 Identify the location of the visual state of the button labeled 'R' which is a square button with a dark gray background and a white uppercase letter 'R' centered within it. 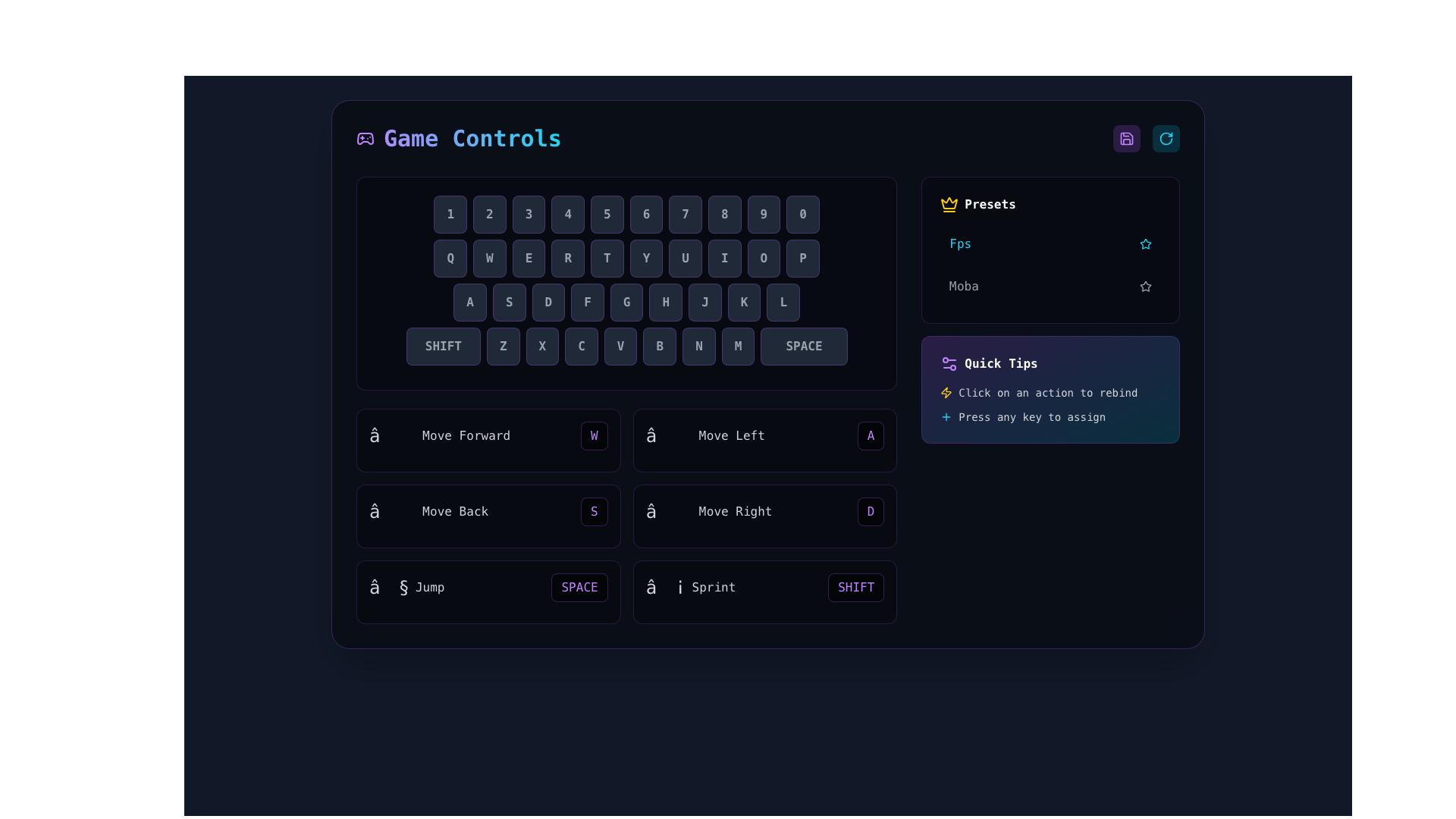
(567, 257).